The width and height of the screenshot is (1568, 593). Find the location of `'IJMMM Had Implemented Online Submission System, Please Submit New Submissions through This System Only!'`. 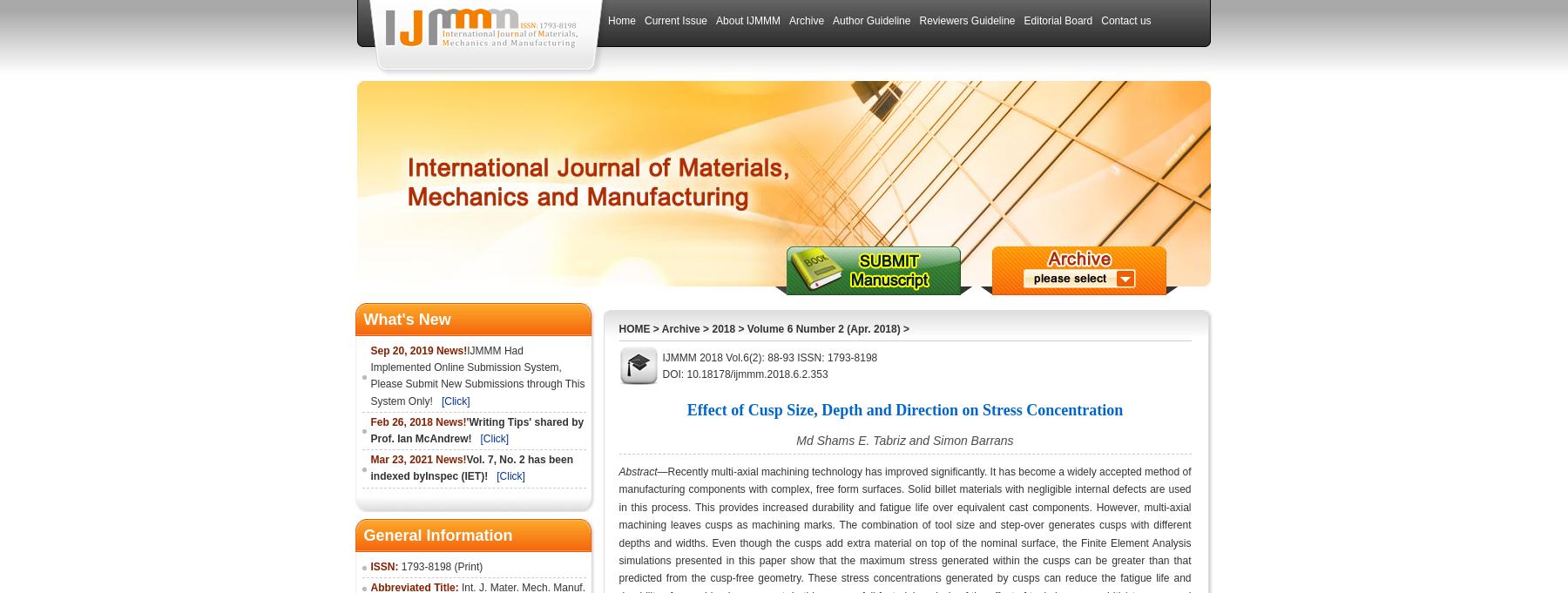

'IJMMM Had Implemented Online Submission System, Please Submit New Submissions through This System Only!' is located at coordinates (476, 375).